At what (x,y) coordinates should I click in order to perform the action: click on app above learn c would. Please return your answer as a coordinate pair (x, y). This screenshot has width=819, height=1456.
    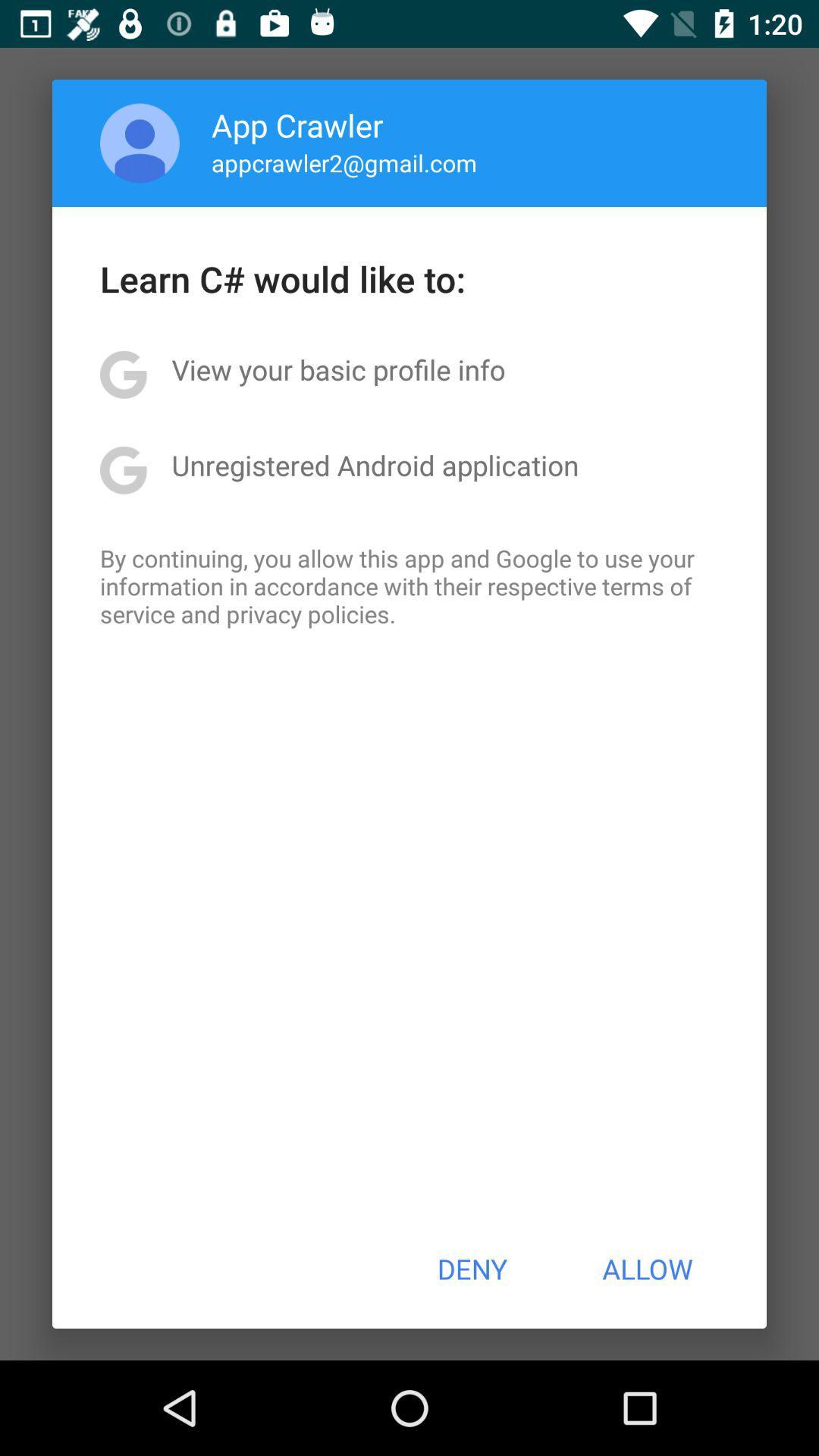
    Looking at the image, I should click on (140, 143).